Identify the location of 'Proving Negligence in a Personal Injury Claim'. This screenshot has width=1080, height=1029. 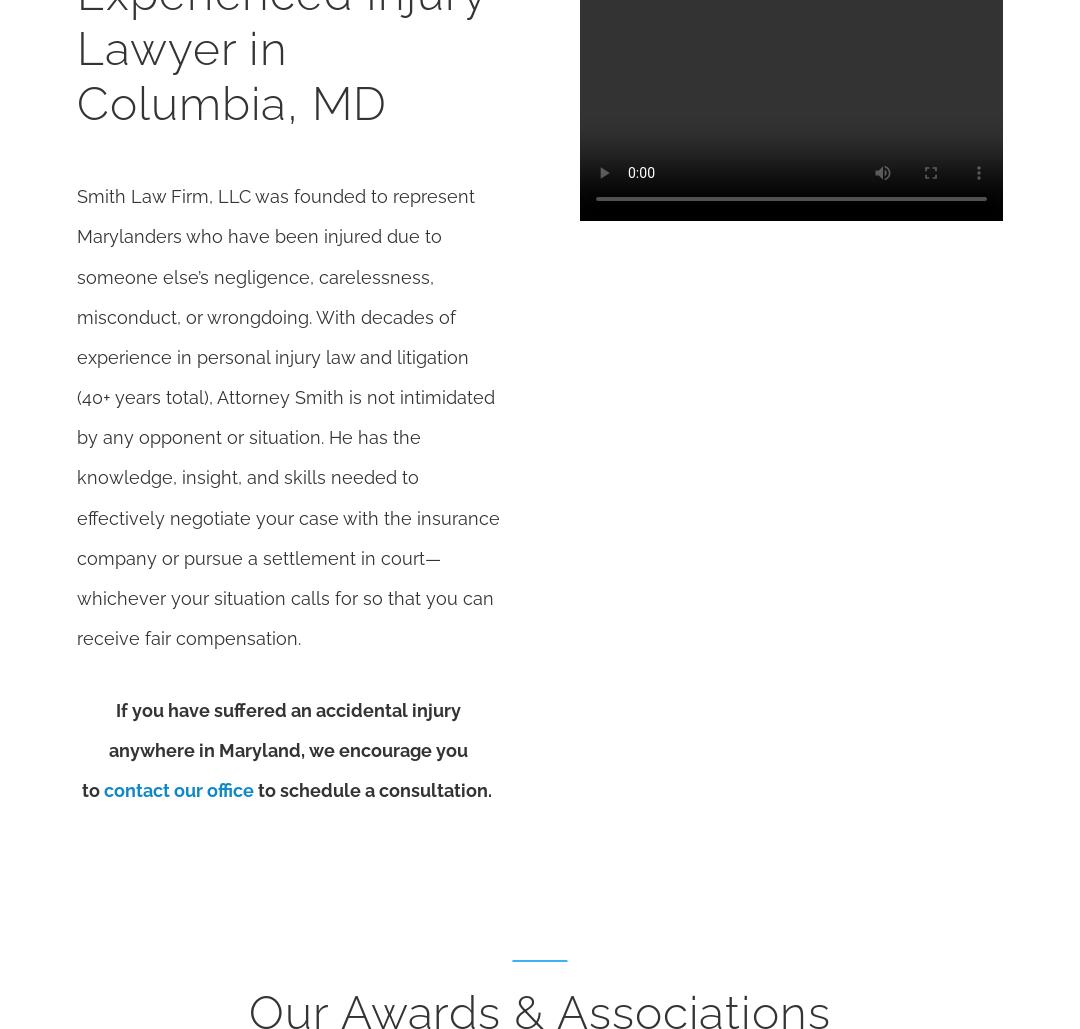
(608, 214).